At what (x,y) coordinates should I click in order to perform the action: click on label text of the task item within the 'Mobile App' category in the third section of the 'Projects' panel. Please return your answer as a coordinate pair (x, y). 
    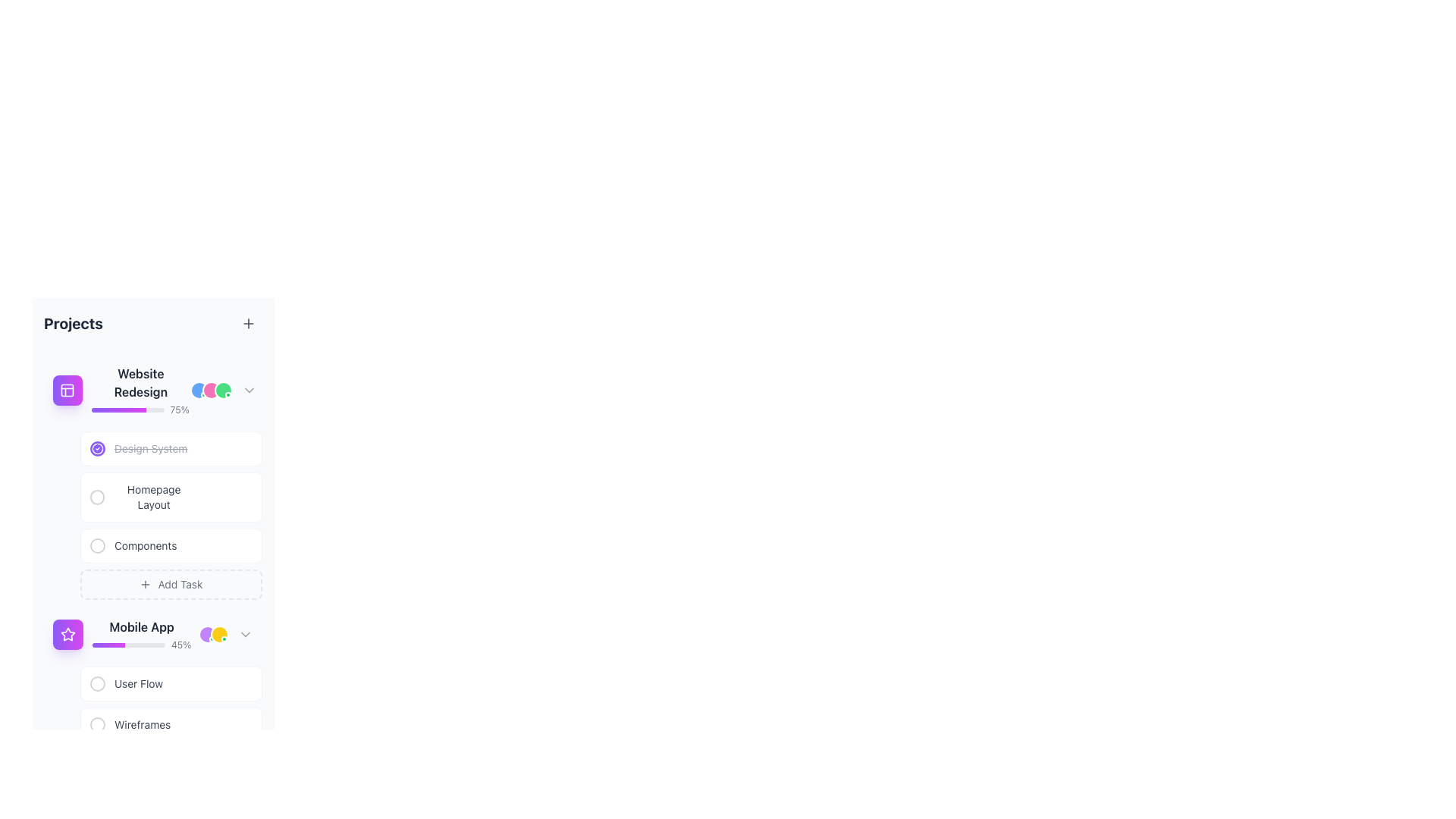
    Looking at the image, I should click on (130, 724).